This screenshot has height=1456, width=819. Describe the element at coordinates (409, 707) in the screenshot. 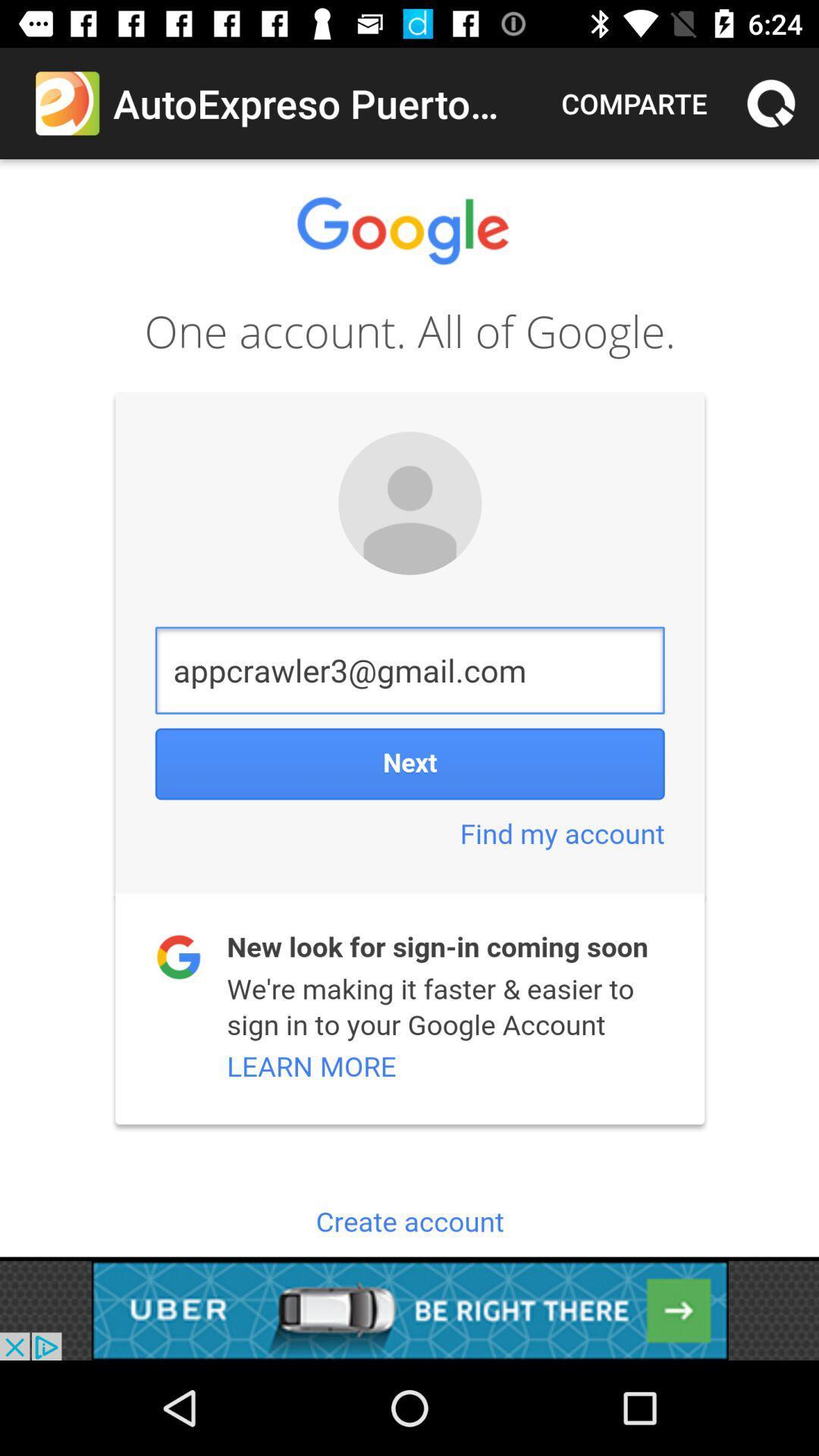

I see `sign up` at that location.